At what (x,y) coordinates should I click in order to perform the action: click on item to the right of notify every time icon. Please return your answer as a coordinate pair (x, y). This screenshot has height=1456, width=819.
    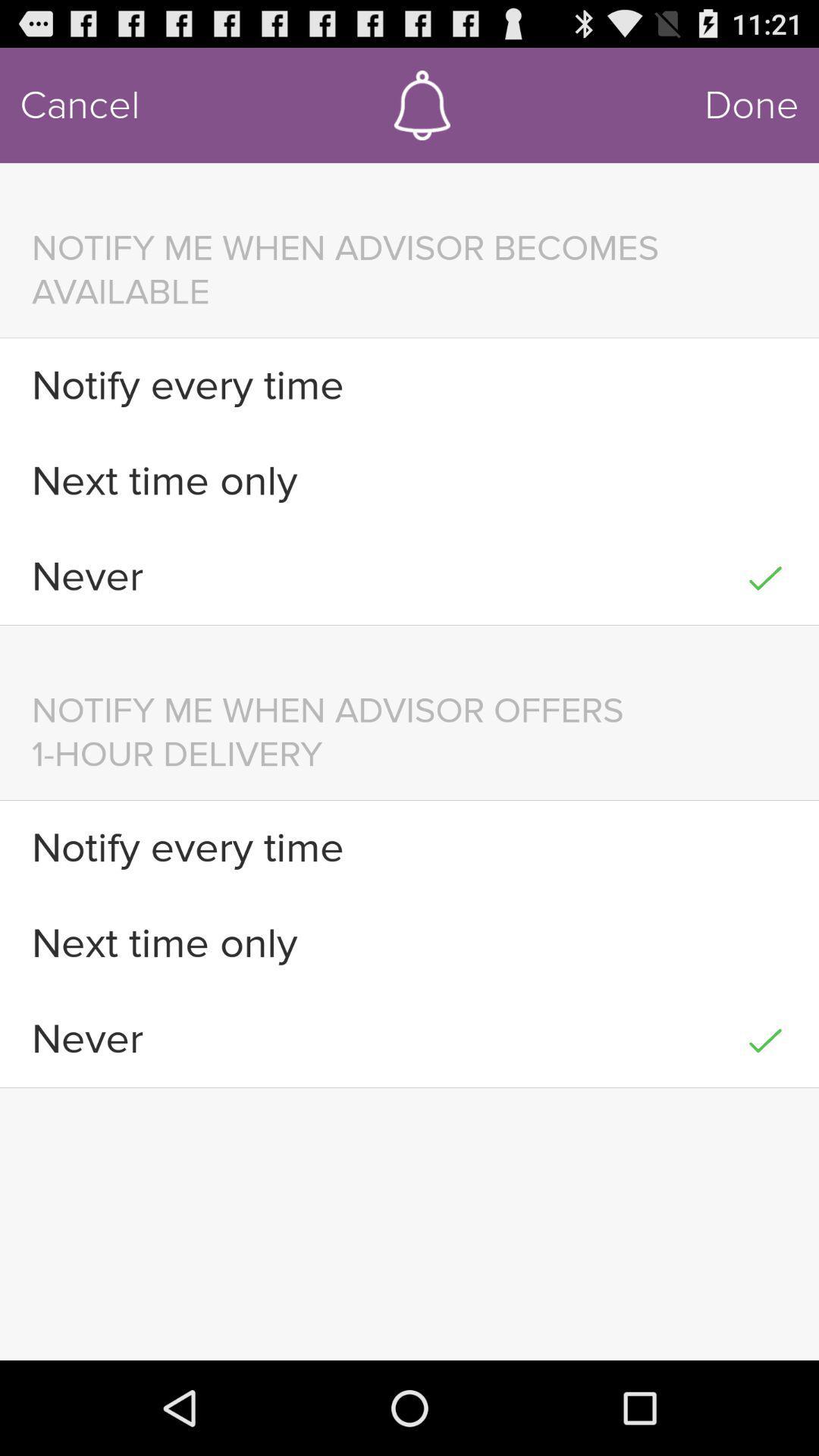
    Looking at the image, I should click on (765, 385).